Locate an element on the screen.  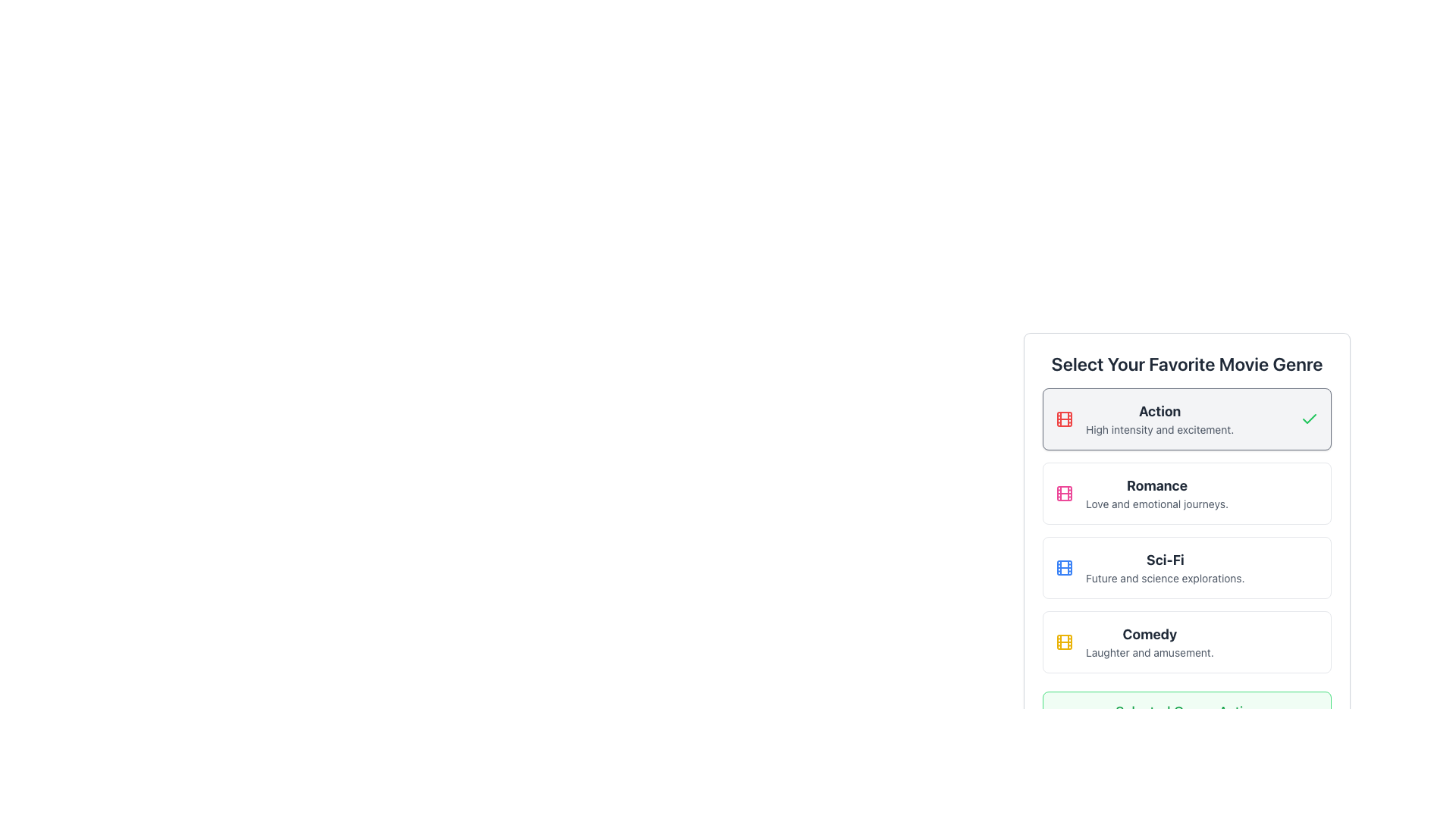
the static text label reading 'Laughter and amusement' located below the bold text 'Comedy' in the selectable card layout for movie genres is located at coordinates (1150, 651).